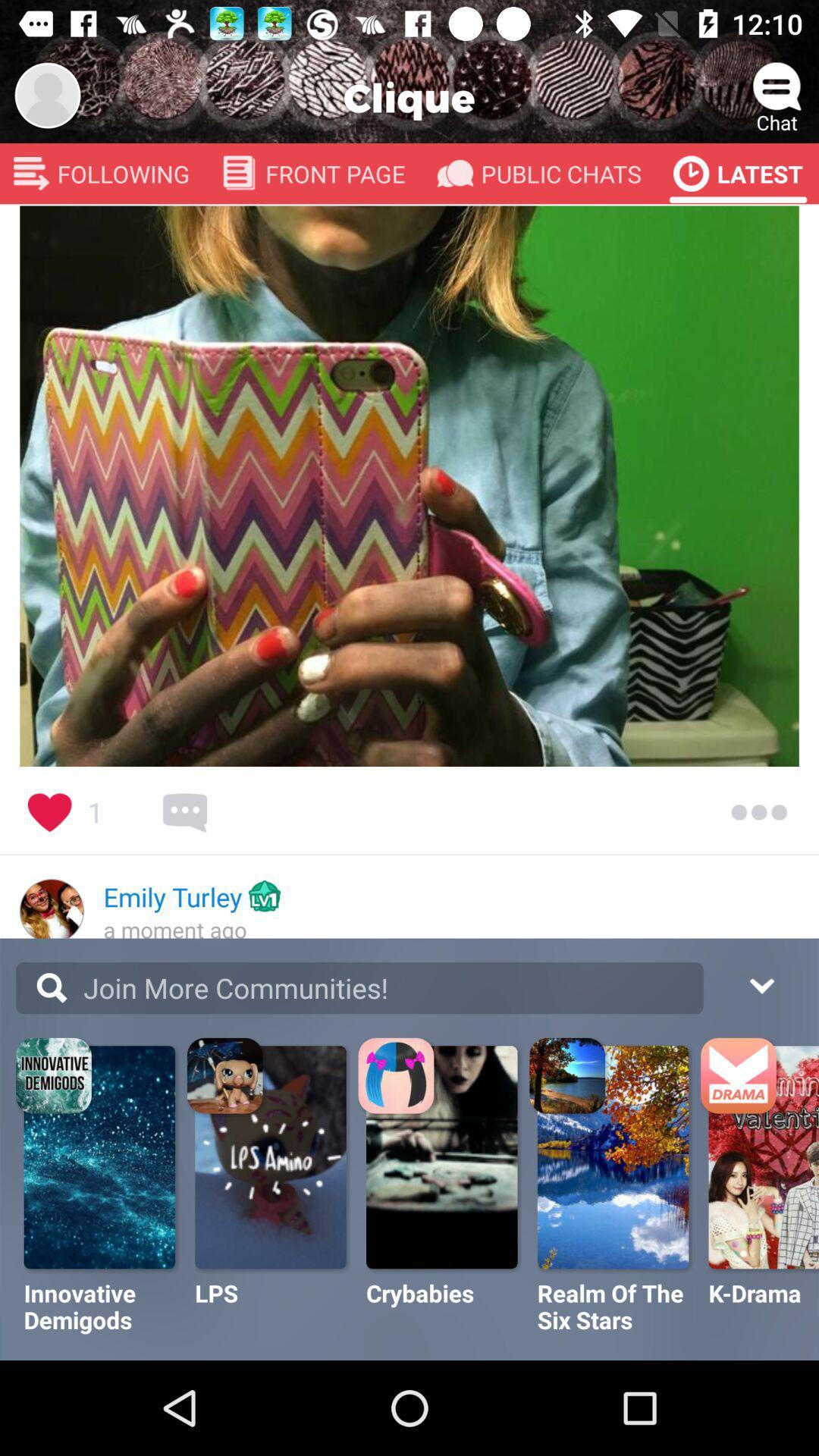  What do you see at coordinates (615, 1156) in the screenshot?
I see `the image which is above realm of the six stars option` at bounding box center [615, 1156].